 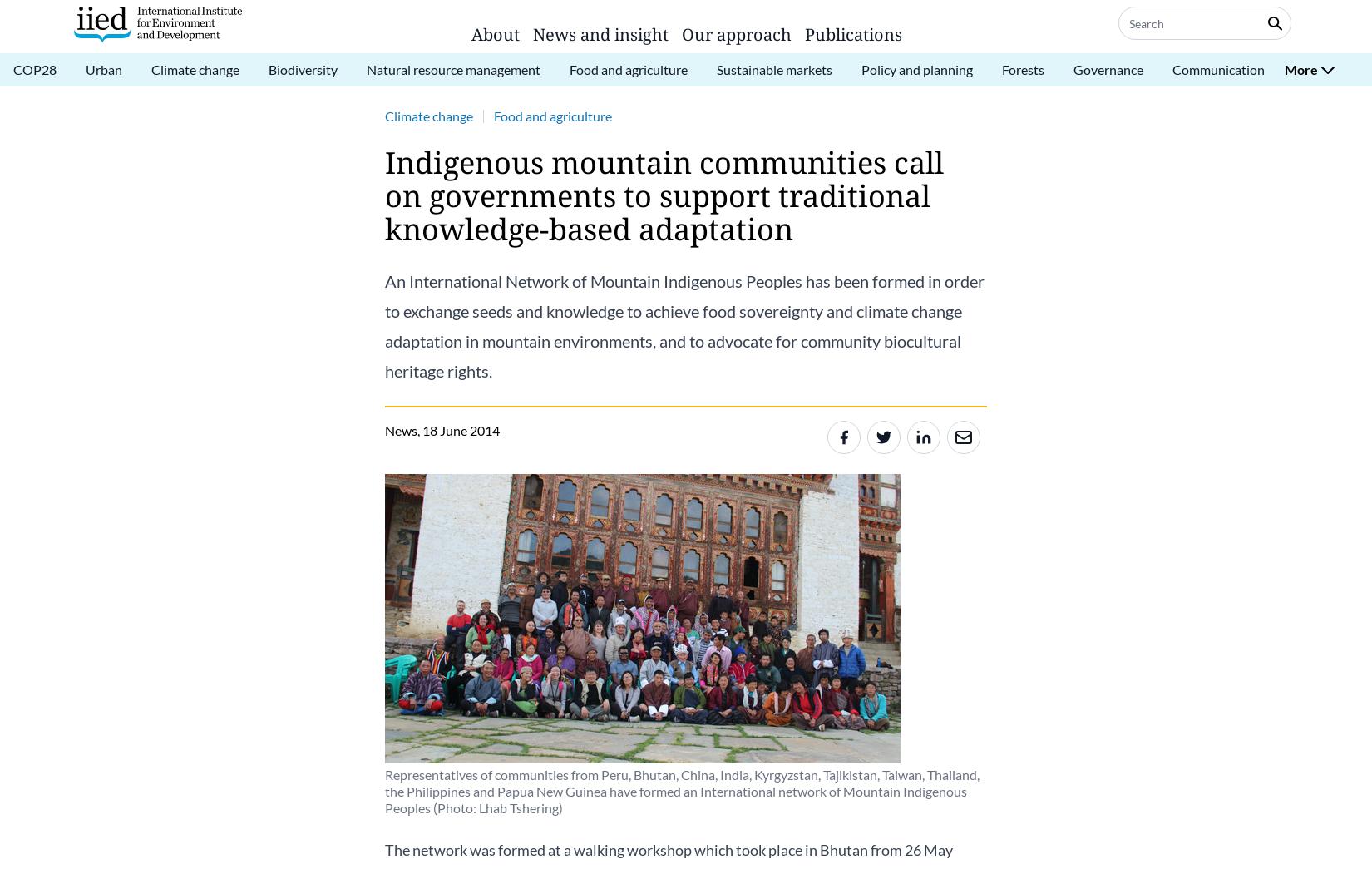 What do you see at coordinates (1001, 69) in the screenshot?
I see `'Forests'` at bounding box center [1001, 69].